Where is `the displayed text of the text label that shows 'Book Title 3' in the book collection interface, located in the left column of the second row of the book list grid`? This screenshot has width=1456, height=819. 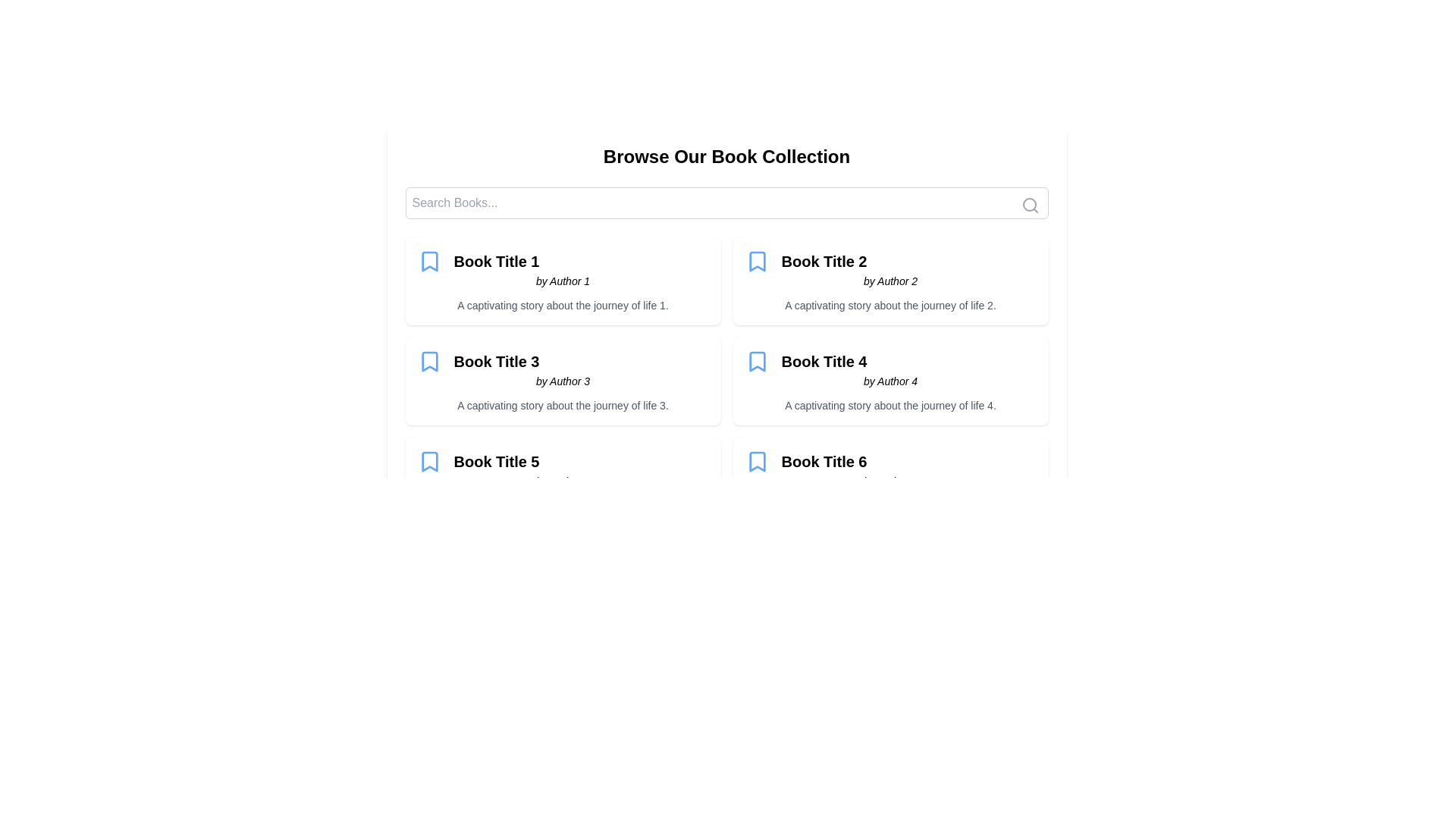
the displayed text of the text label that shows 'Book Title 3' in the book collection interface, located in the left column of the second row of the book list grid is located at coordinates (496, 362).